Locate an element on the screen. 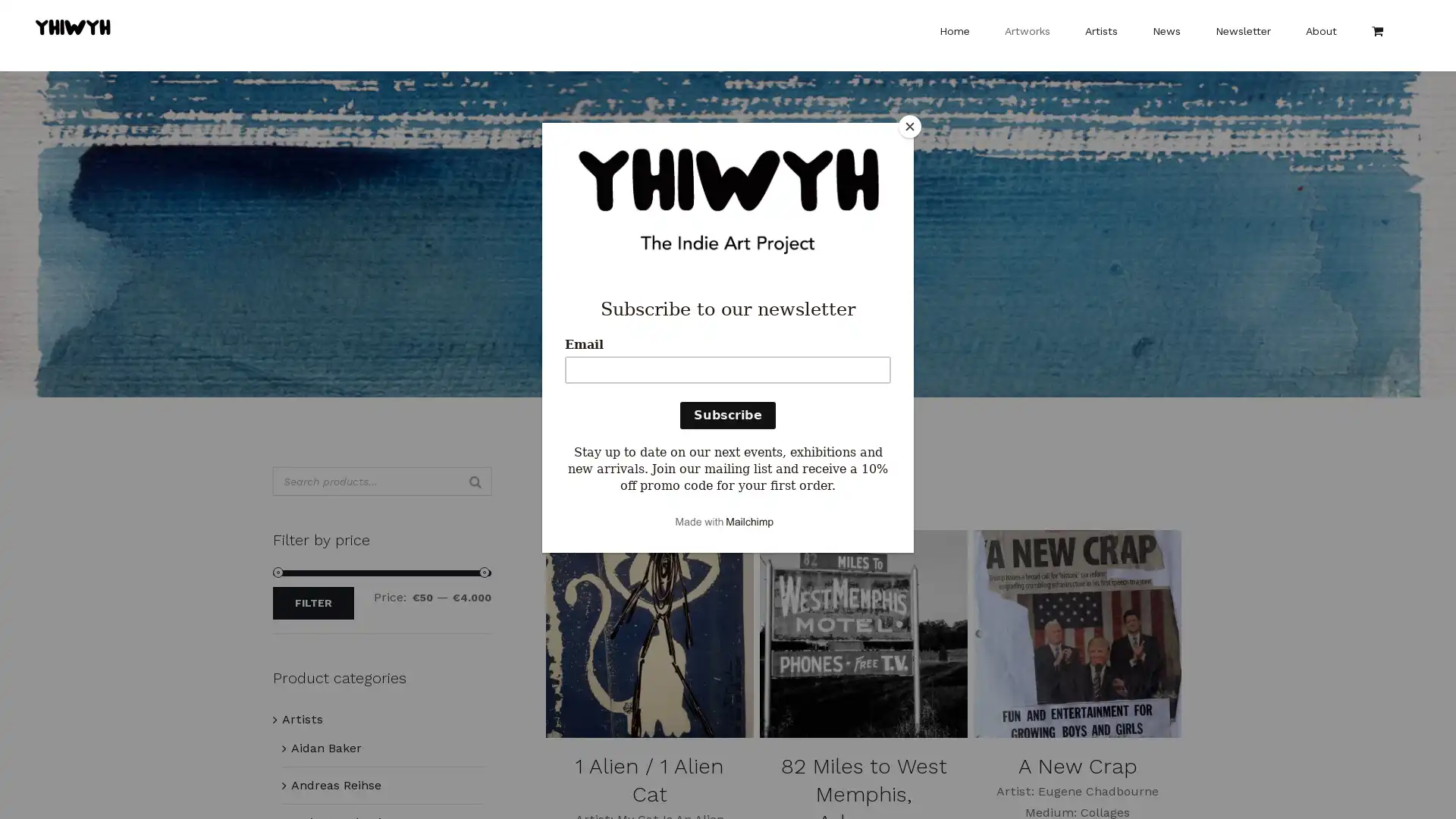 The width and height of the screenshot is (1456, 819). Search is located at coordinates (475, 482).